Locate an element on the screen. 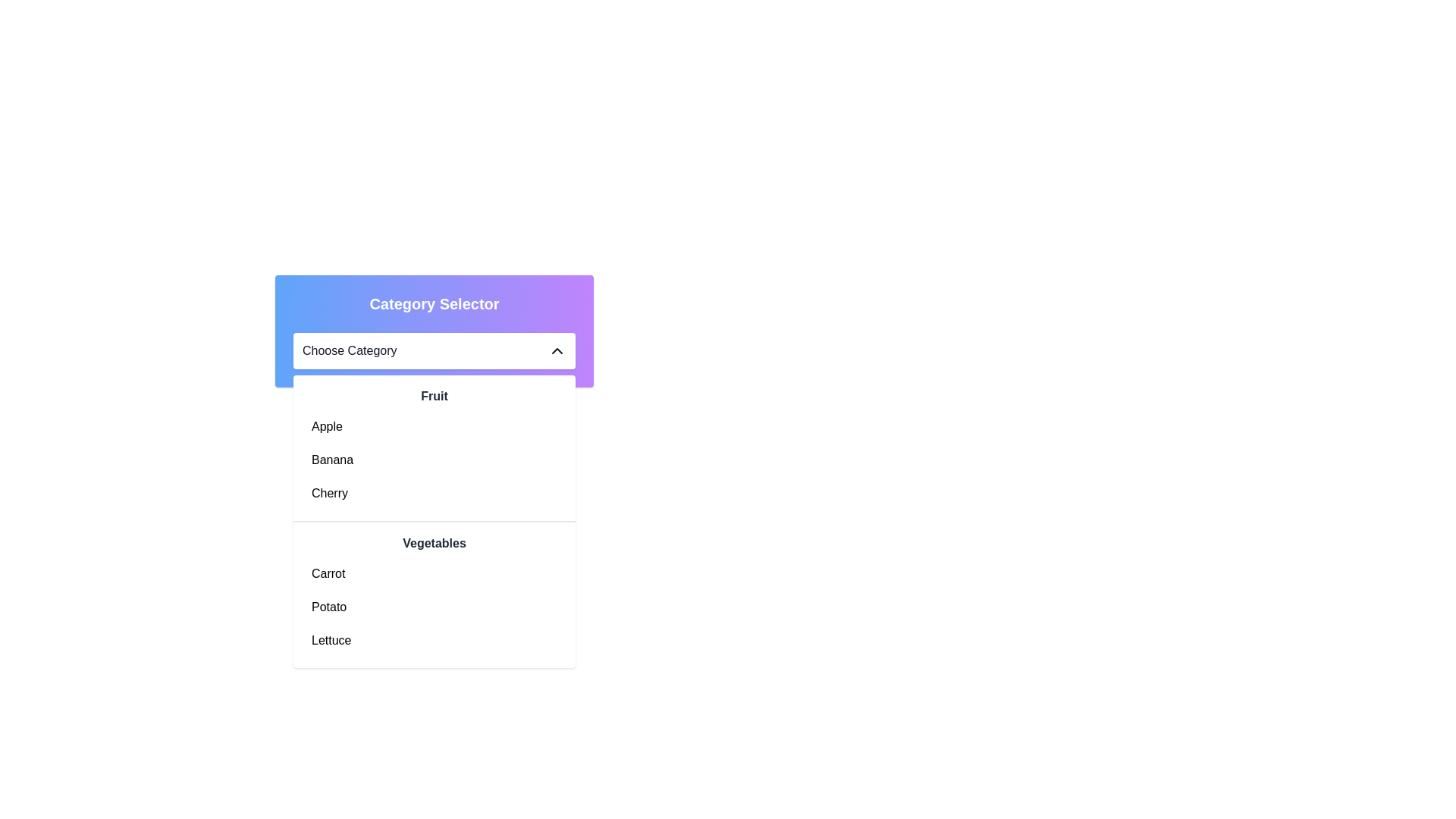  the item in the 'Vegetables' category list located at the bottom of the dropdown menu is located at coordinates (433, 607).